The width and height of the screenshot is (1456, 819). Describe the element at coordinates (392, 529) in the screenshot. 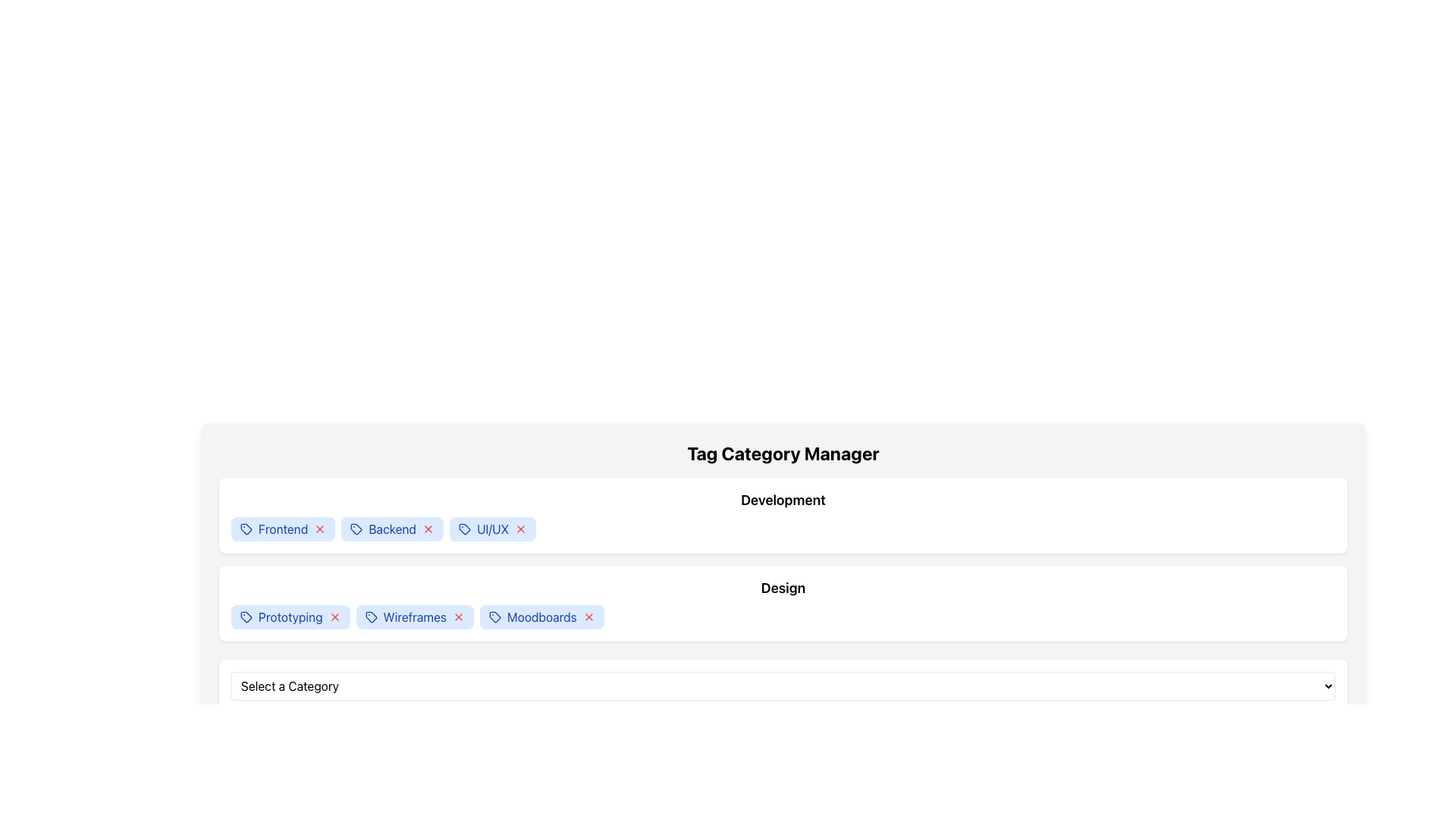

I see `the label 'Backend', which is styled as blue text on a light blue background, located in the horizontal list of tags within the 'Development' section` at that location.